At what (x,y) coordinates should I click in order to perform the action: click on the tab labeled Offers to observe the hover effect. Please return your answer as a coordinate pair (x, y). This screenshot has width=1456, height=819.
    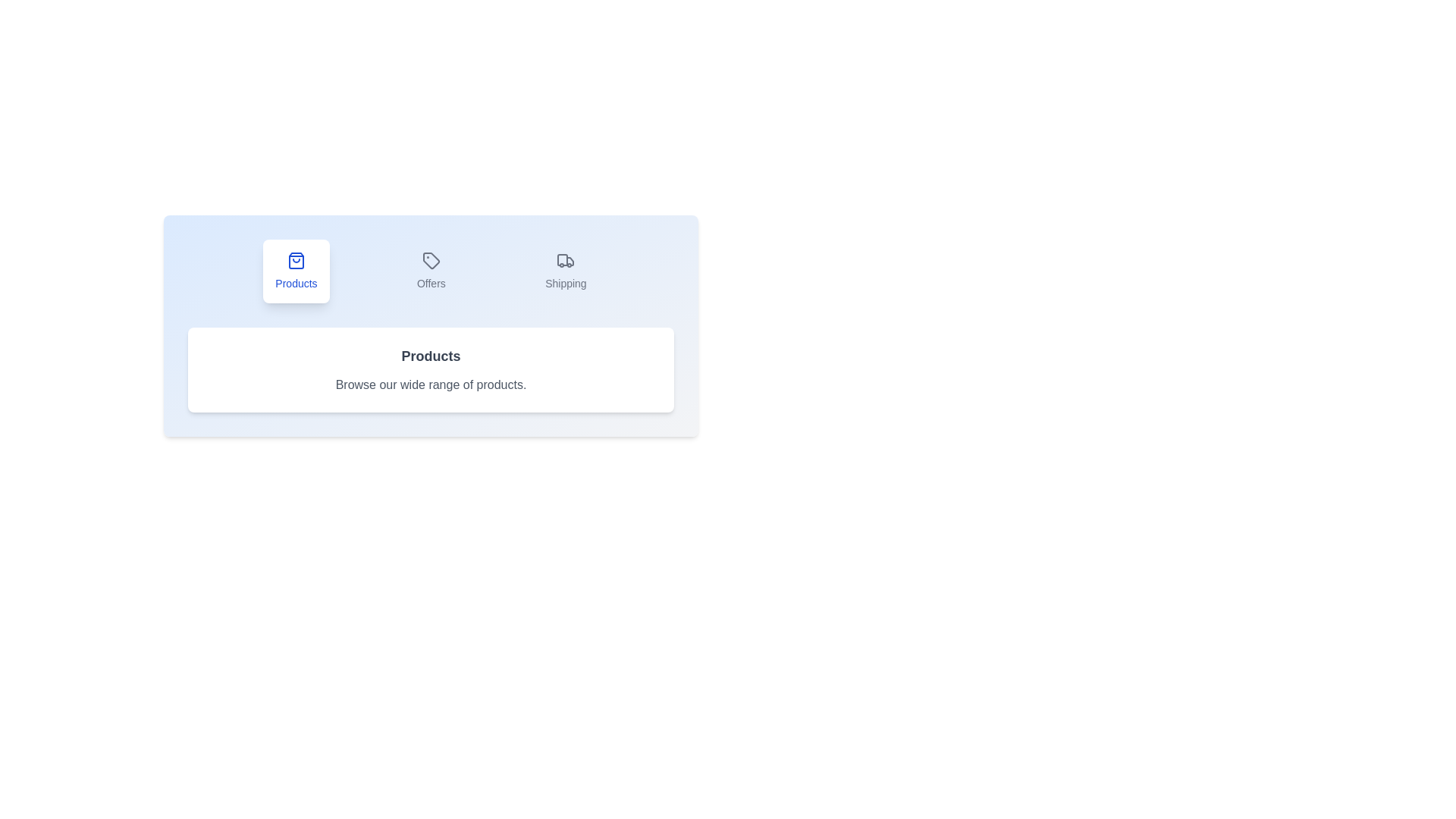
    Looking at the image, I should click on (430, 271).